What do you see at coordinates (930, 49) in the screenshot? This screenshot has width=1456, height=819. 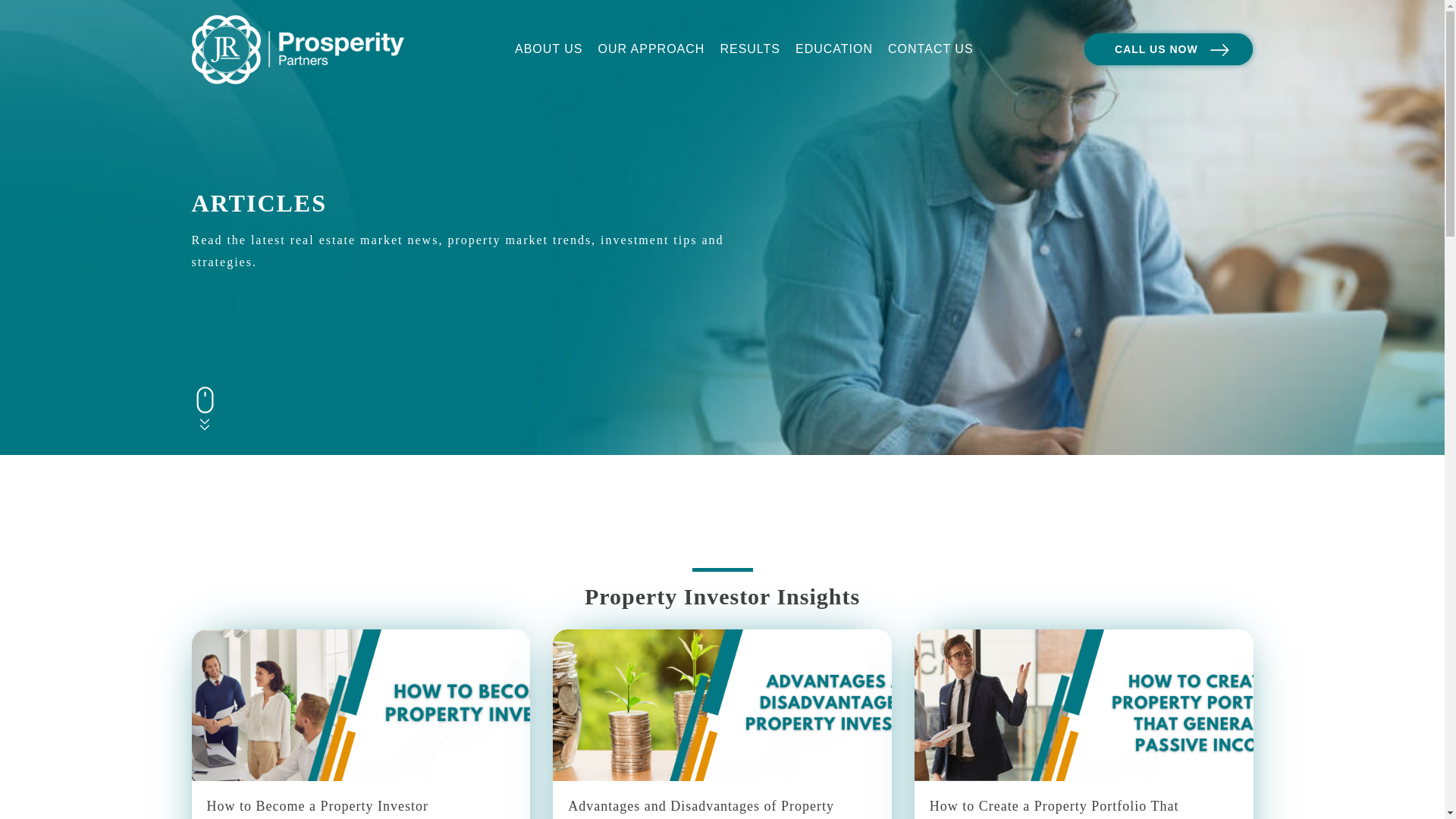 I see `'CONTACT US'` at bounding box center [930, 49].